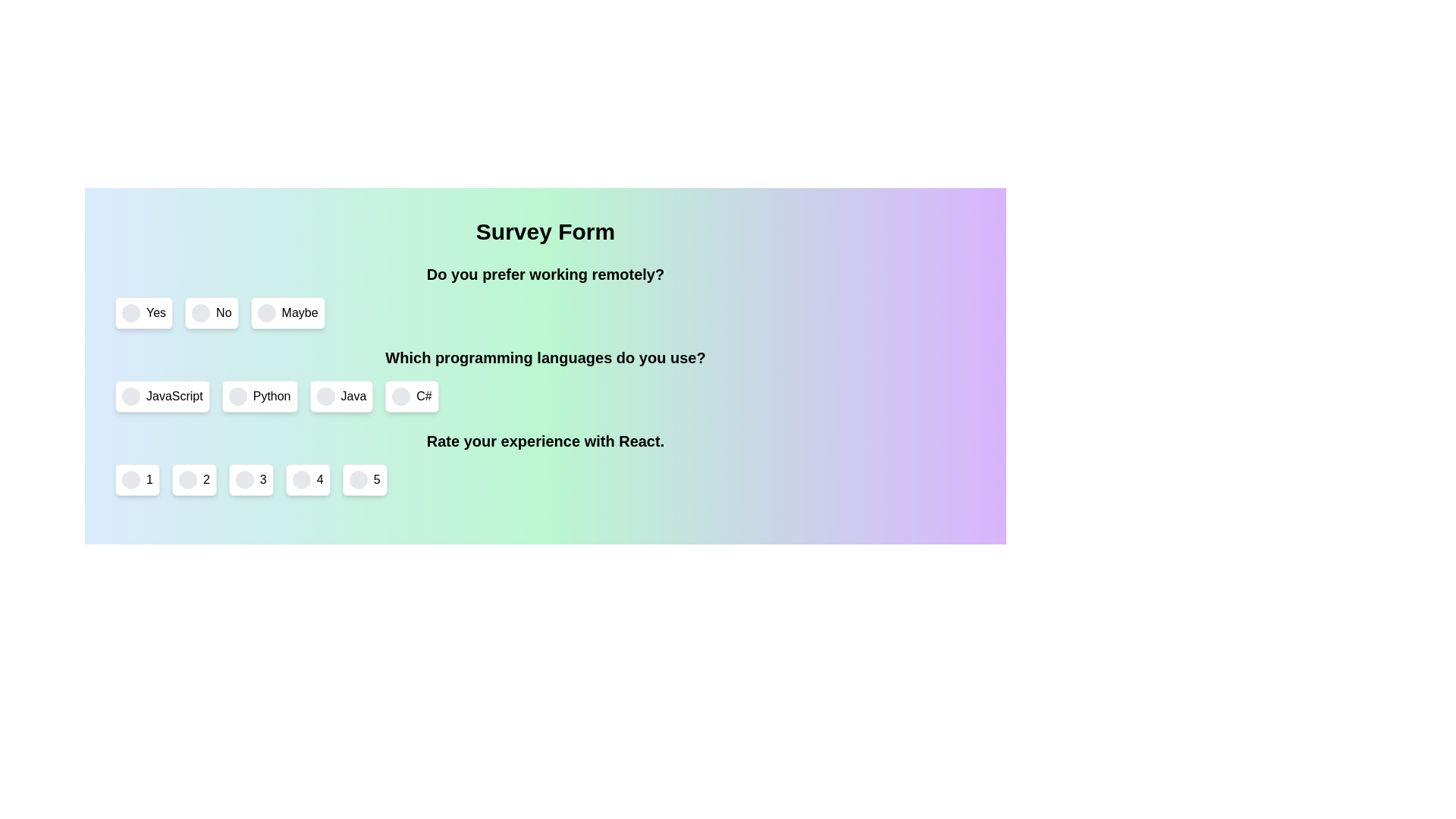 Image resolution: width=1456 pixels, height=819 pixels. Describe the element at coordinates (156, 312) in the screenshot. I see `the static text label that indicates 'Yes' for the radio button regarding remote work preferences, which is positioned to the right of the corresponding radio button` at that location.